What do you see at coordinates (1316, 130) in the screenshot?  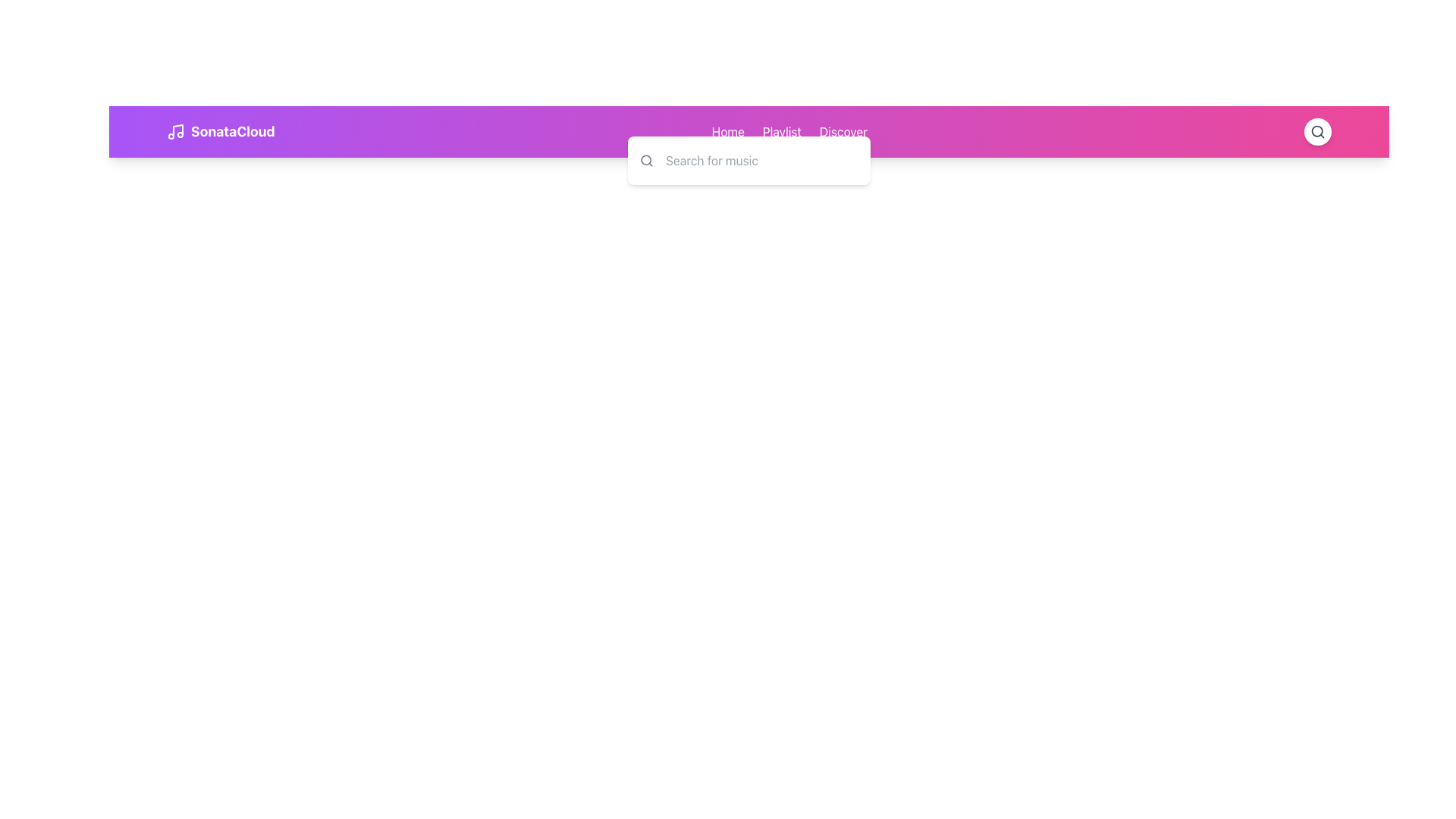 I see `the Search Icon located within a white circular button at the right corner of the navigation bar` at bounding box center [1316, 130].